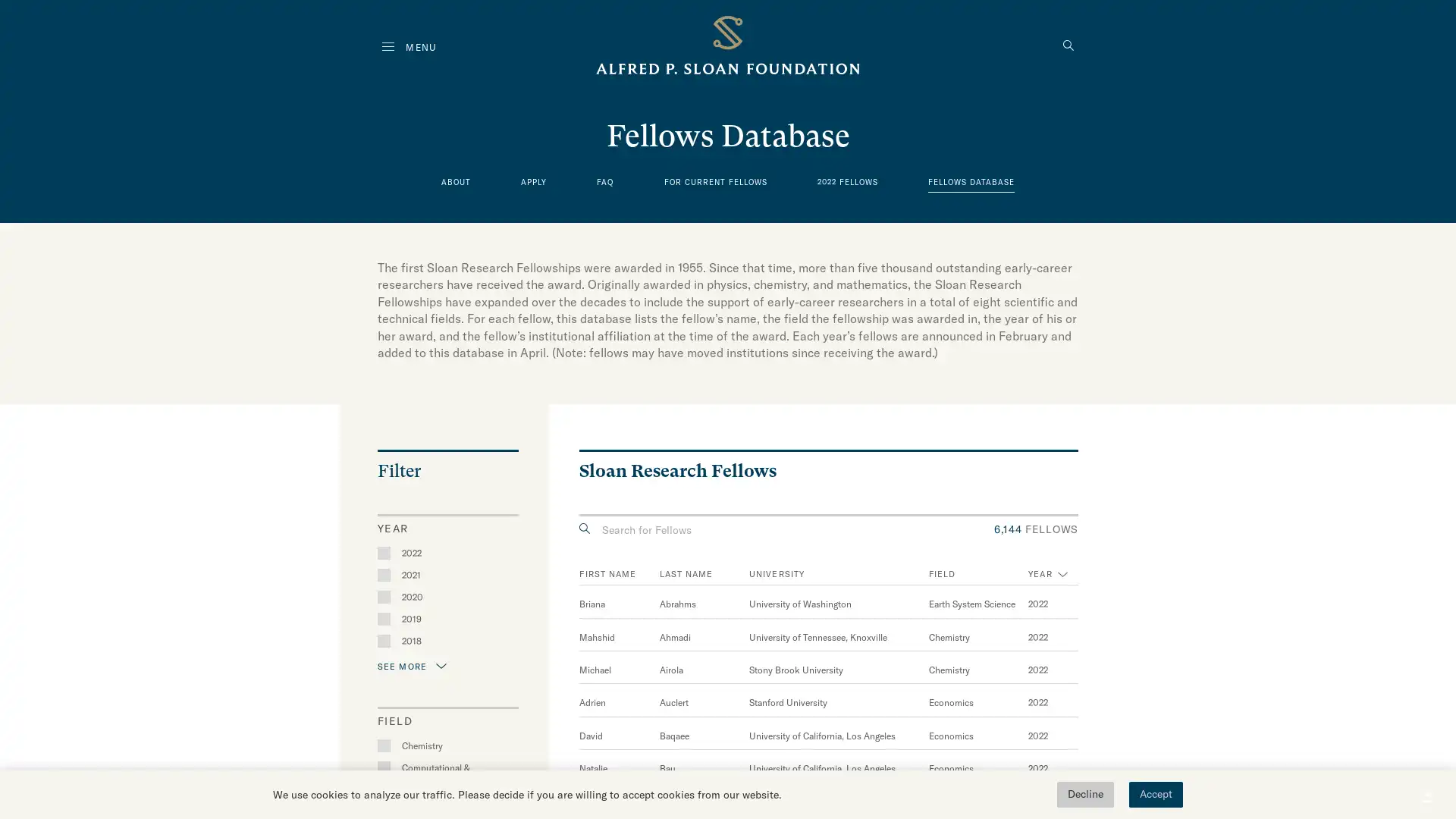 Image resolution: width=1456 pixels, height=819 pixels. Describe the element at coordinates (1068, 46) in the screenshot. I see `Click to search the website` at that location.